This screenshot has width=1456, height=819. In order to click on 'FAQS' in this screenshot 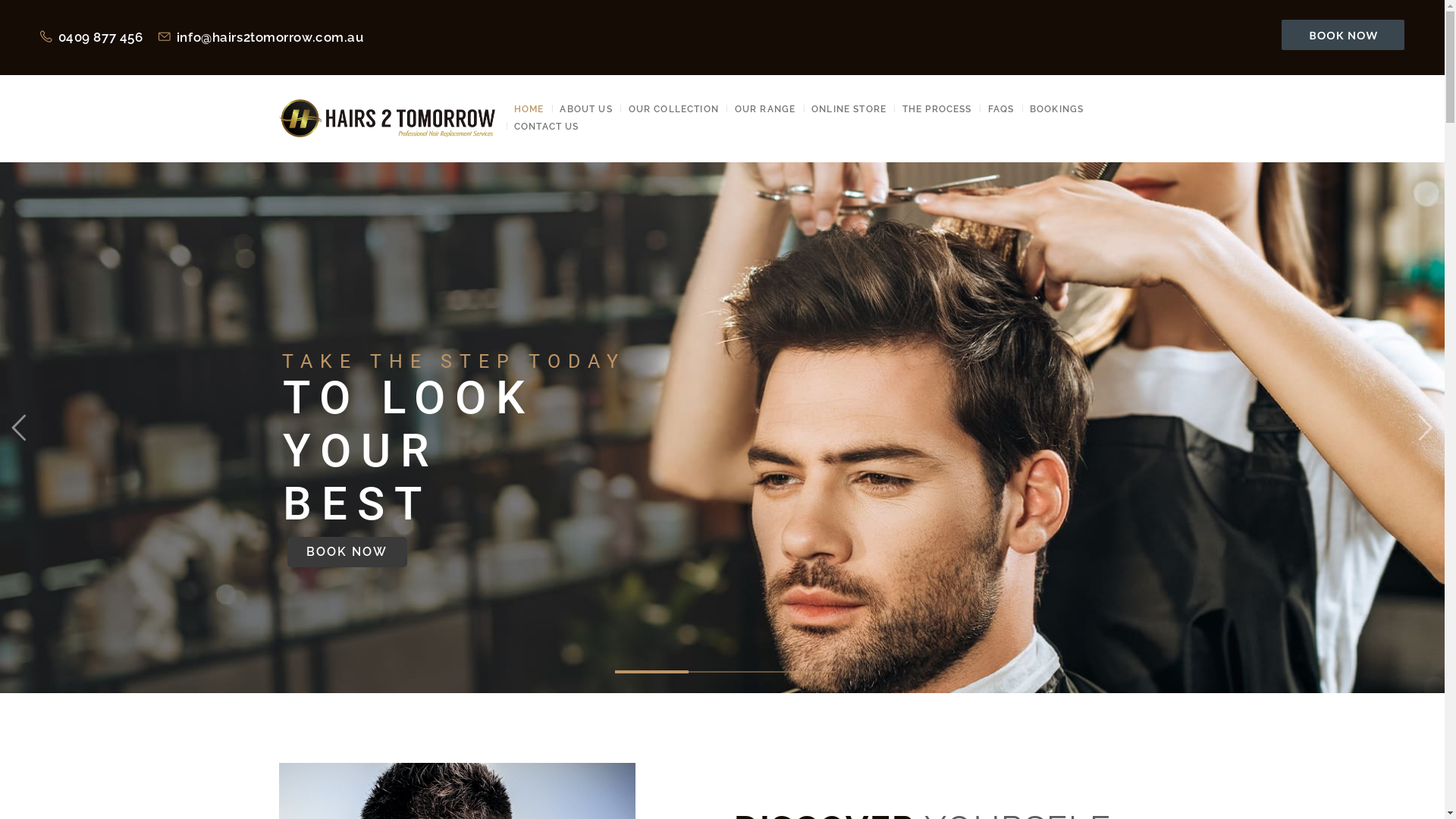, I will do `click(1001, 108)`.